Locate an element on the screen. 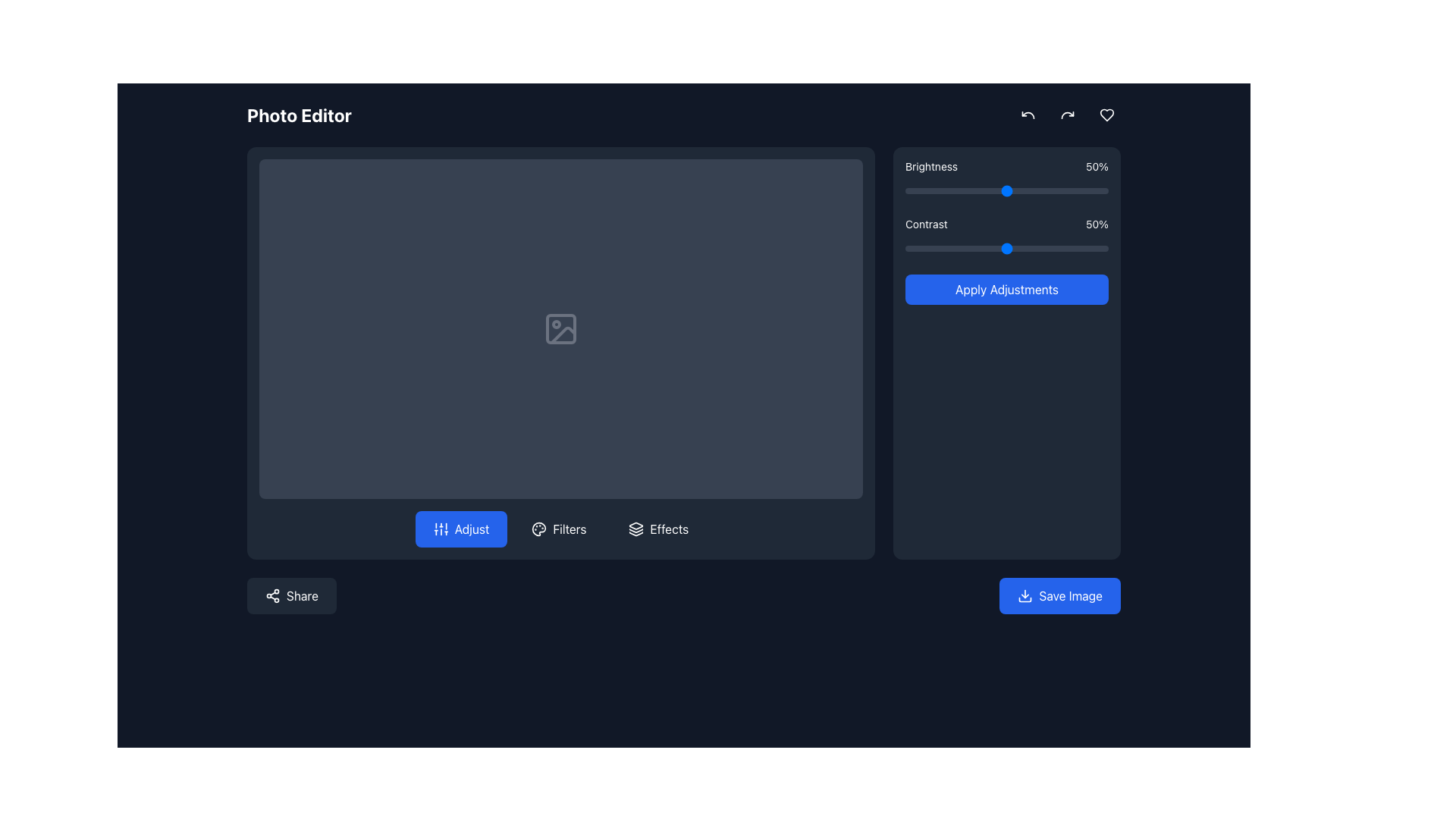 The height and width of the screenshot is (819, 1456). the contrast is located at coordinates (1071, 247).